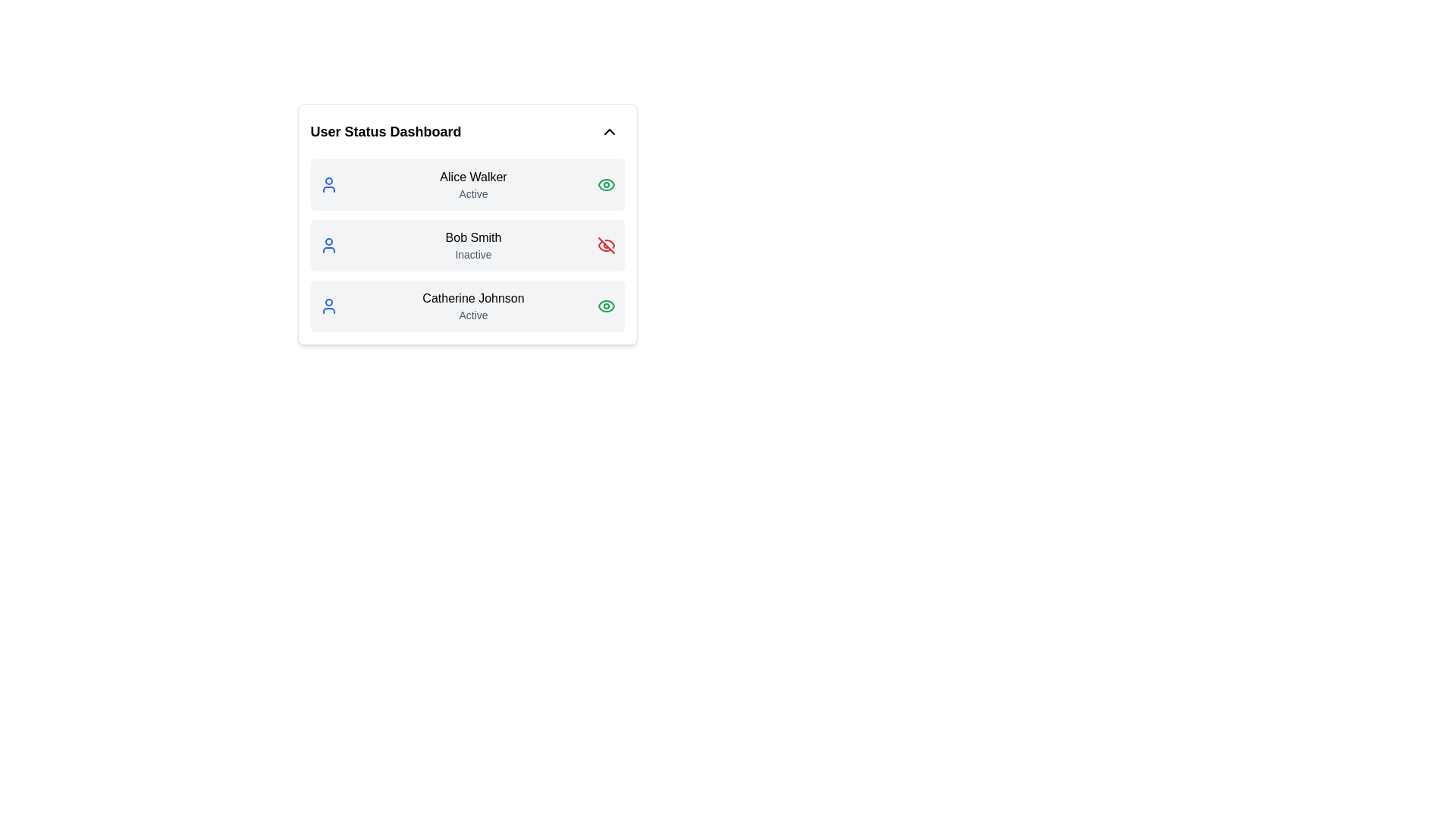 The width and height of the screenshot is (1456, 819). Describe the element at coordinates (605, 245) in the screenshot. I see `the red eye-off icon located to the right of 'Bob Smith' in the 'Bob Smith Inactive' card` at that location.